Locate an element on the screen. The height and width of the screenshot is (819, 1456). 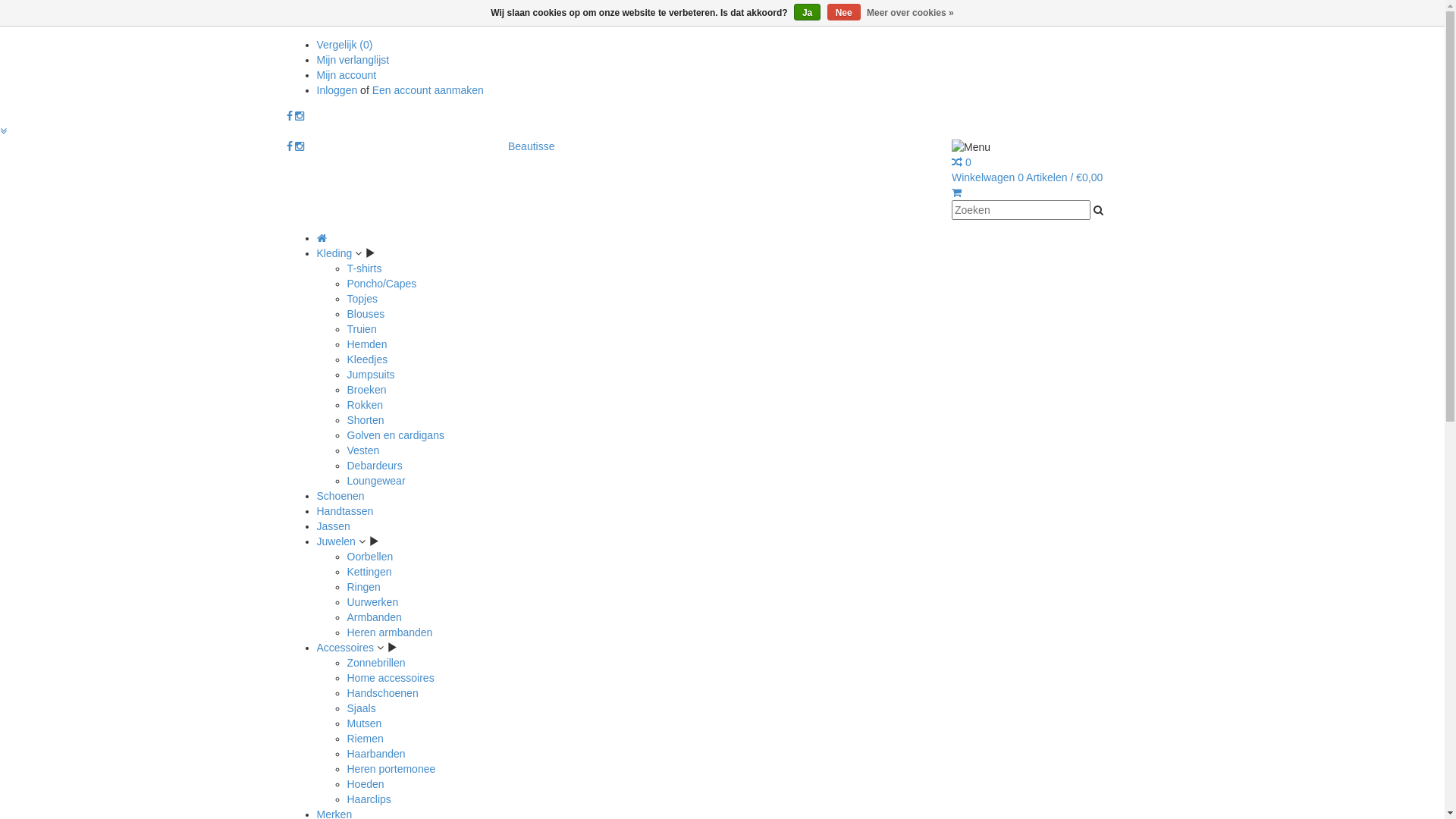
'Inloggen' is located at coordinates (315, 90).